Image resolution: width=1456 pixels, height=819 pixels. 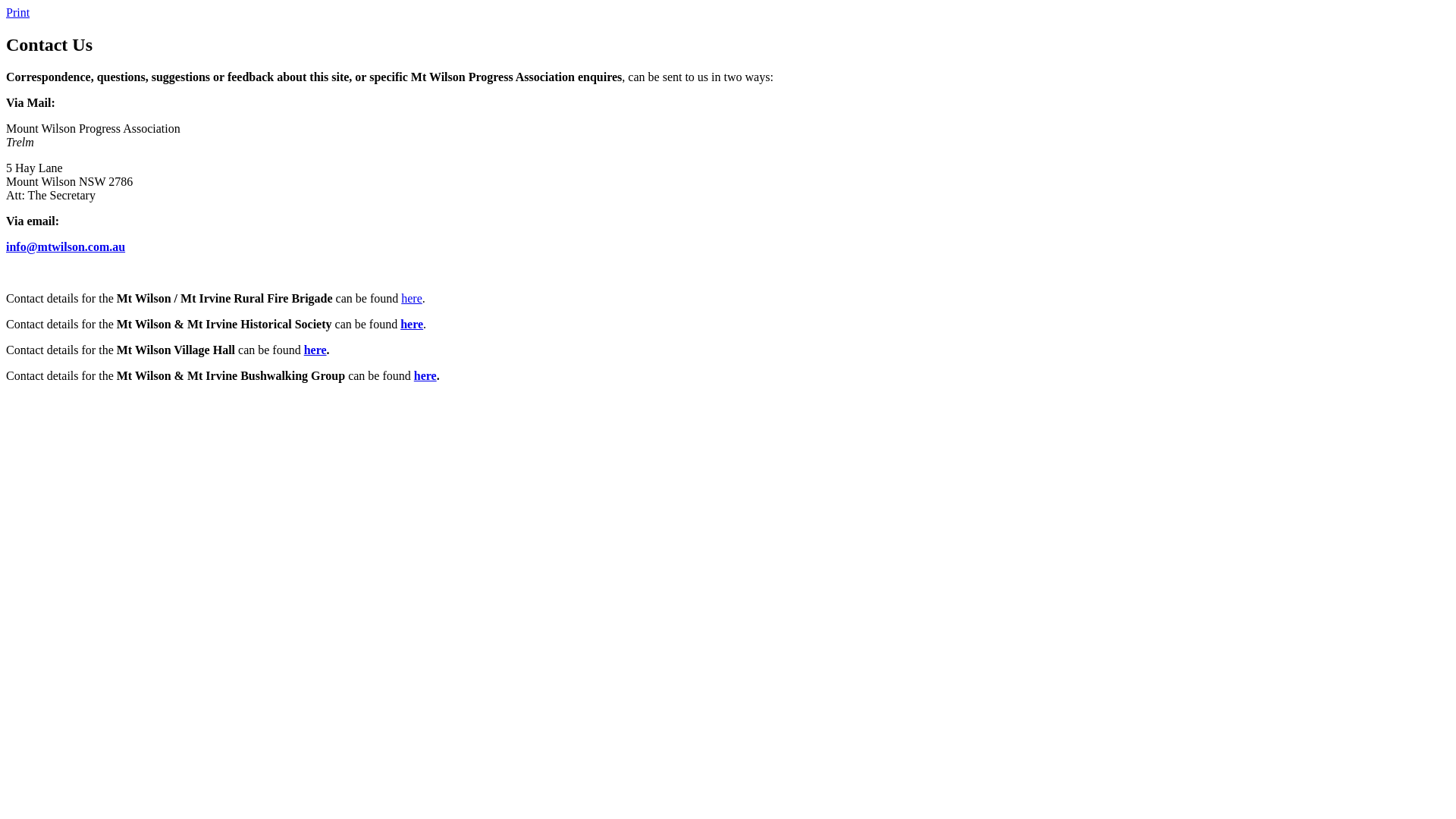 What do you see at coordinates (414, 375) in the screenshot?
I see `'here'` at bounding box center [414, 375].